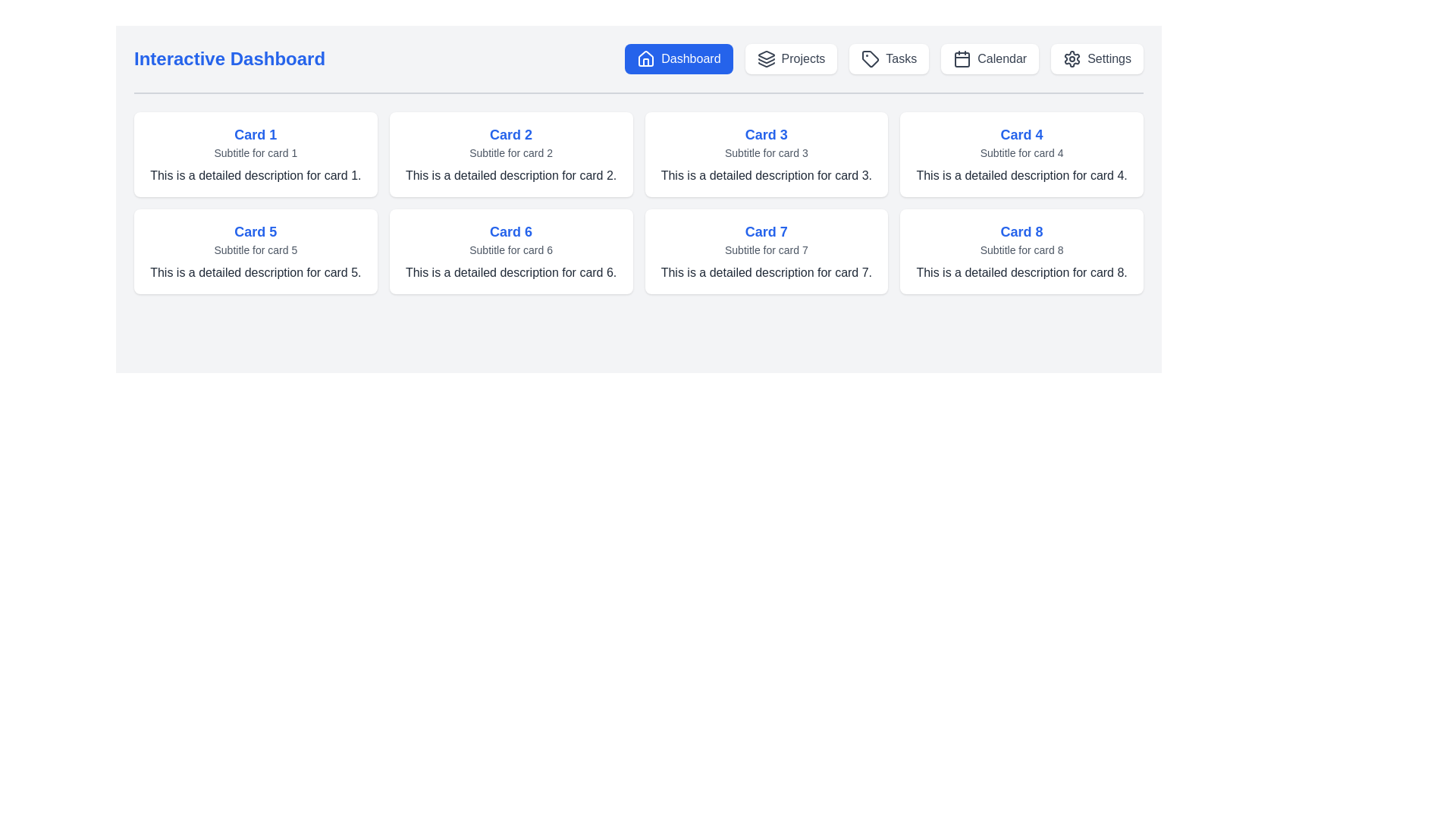 Image resolution: width=1456 pixels, height=819 pixels. I want to click on the title text for the card titled 'Card 4', located at the top center of this card in the second row, second column of the grid, so click(1021, 133).